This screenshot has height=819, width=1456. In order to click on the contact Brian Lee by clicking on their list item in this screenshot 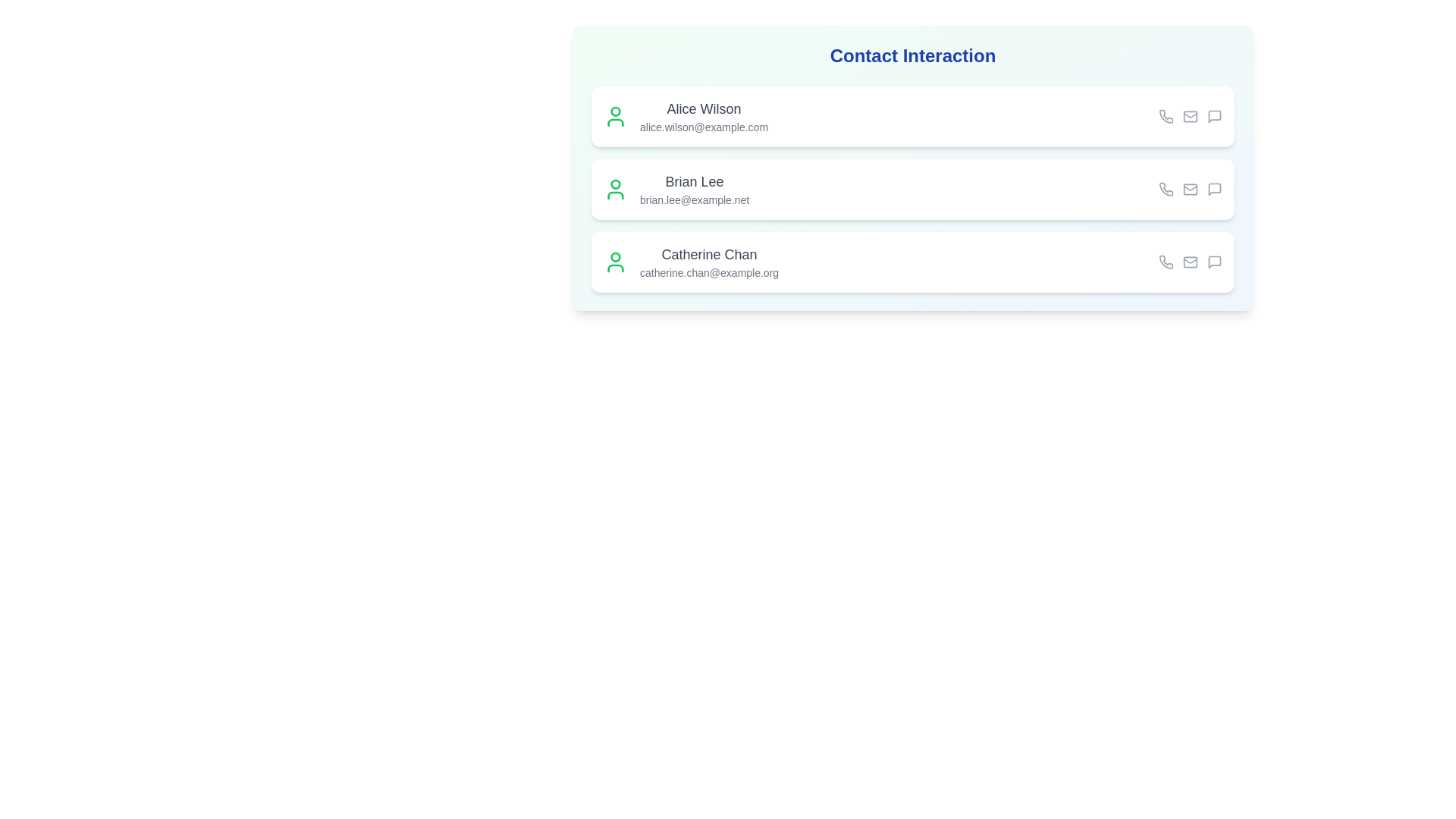, I will do `click(912, 189)`.